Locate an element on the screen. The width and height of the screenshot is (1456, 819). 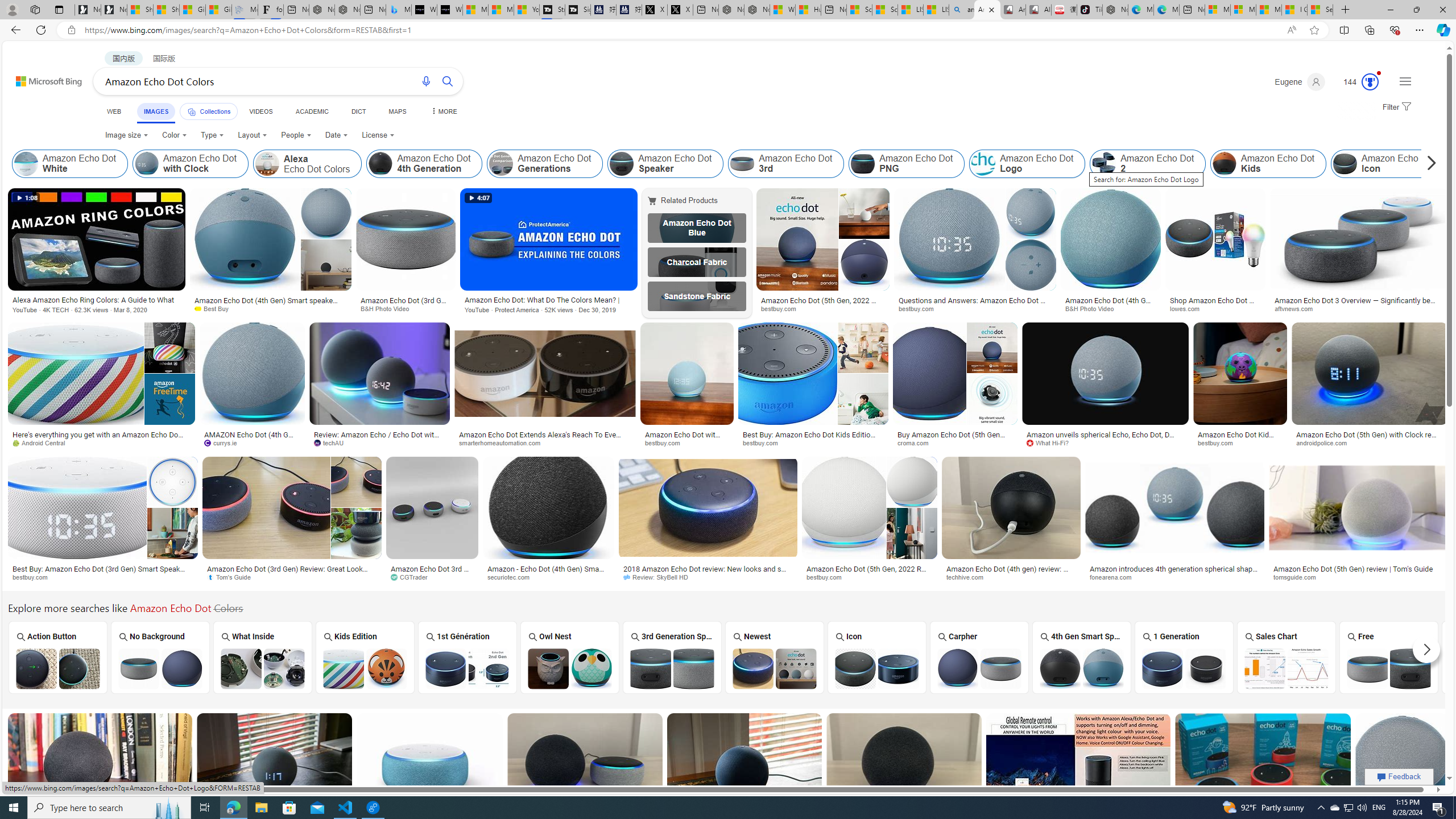
'androidpolice.com' is located at coordinates (1368, 442).